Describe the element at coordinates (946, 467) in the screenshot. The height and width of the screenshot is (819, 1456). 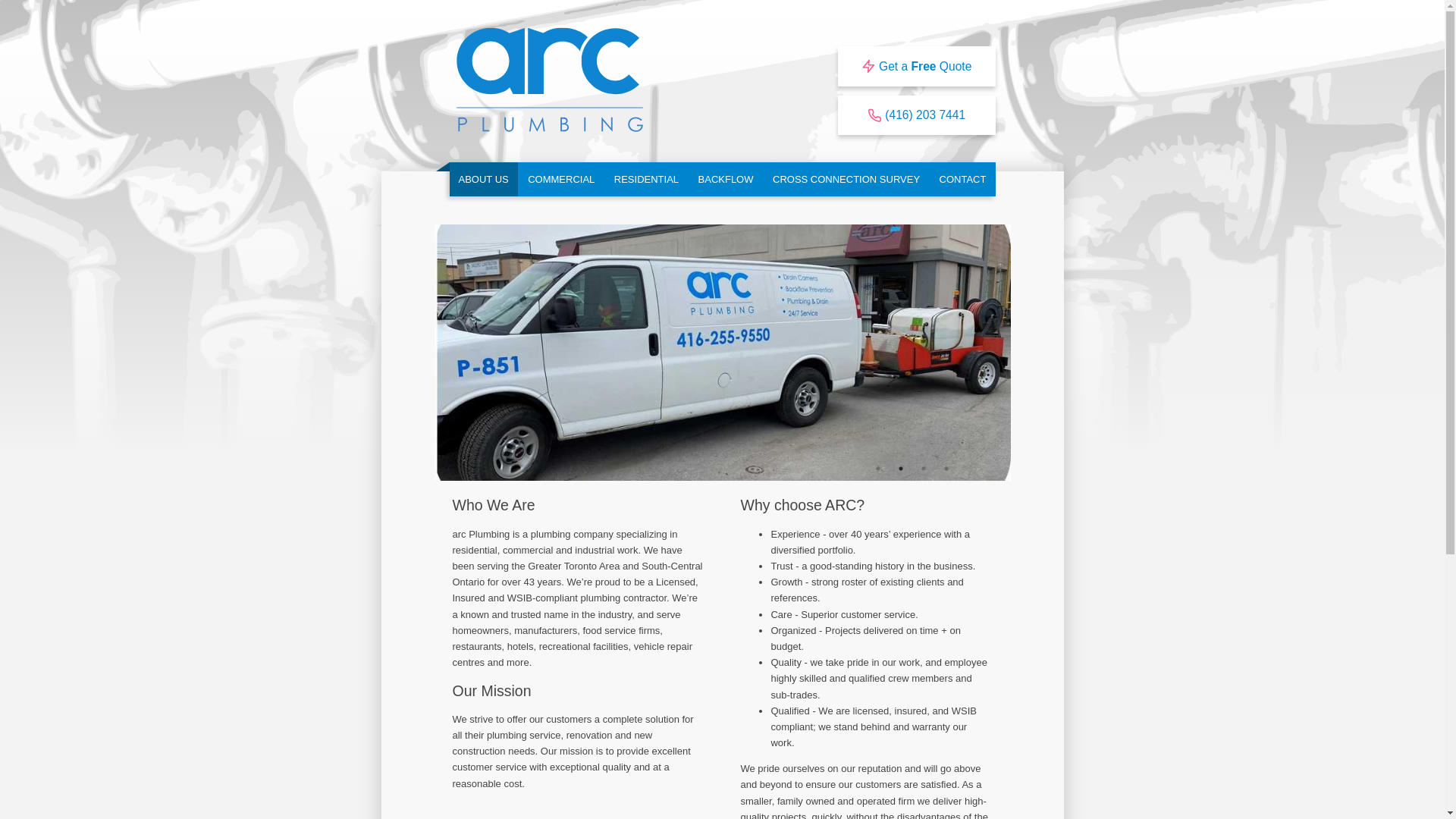
I see `'4'` at that location.